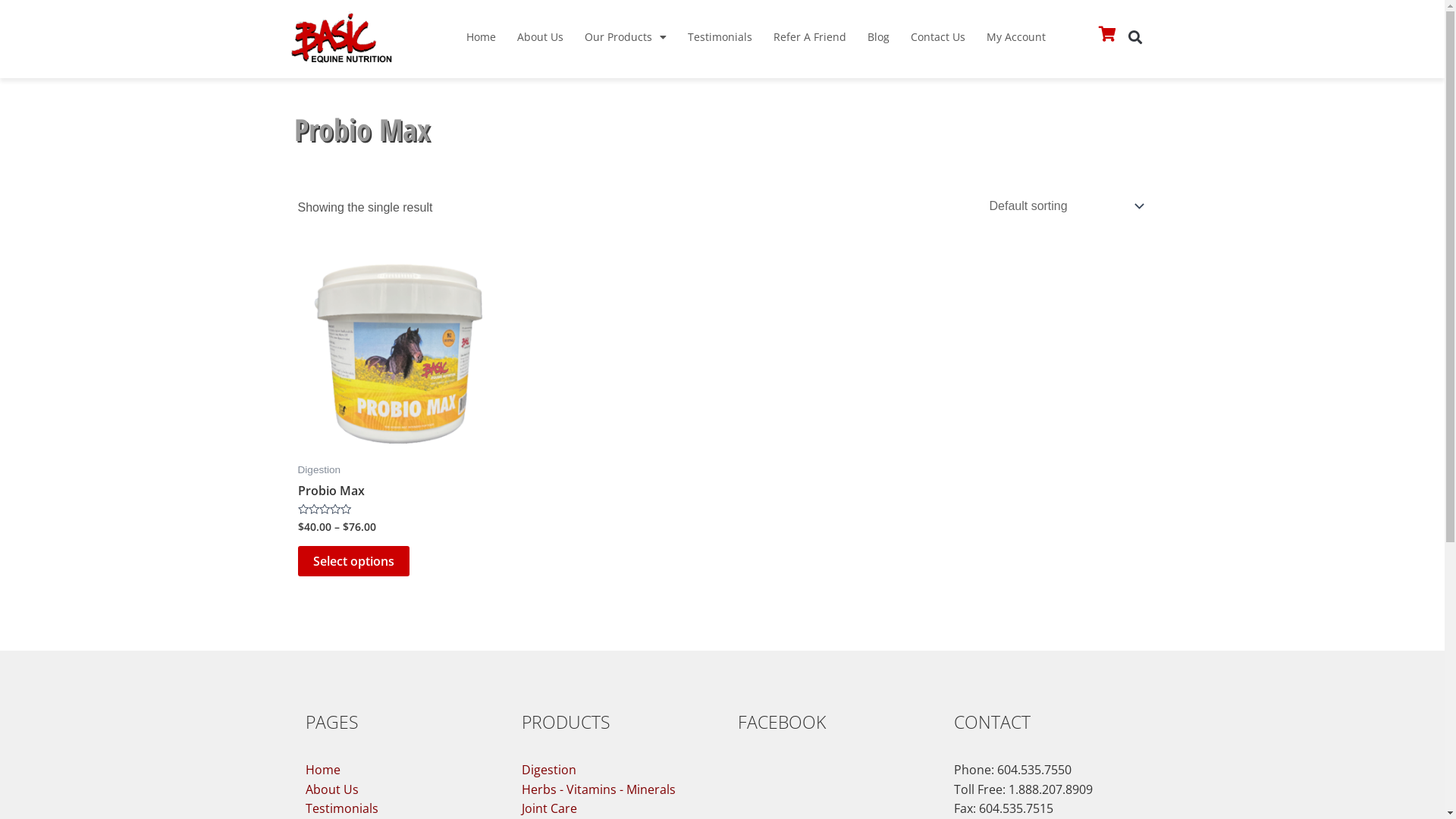 The width and height of the screenshot is (1456, 819). What do you see at coordinates (975, 36) in the screenshot?
I see `'My Account'` at bounding box center [975, 36].